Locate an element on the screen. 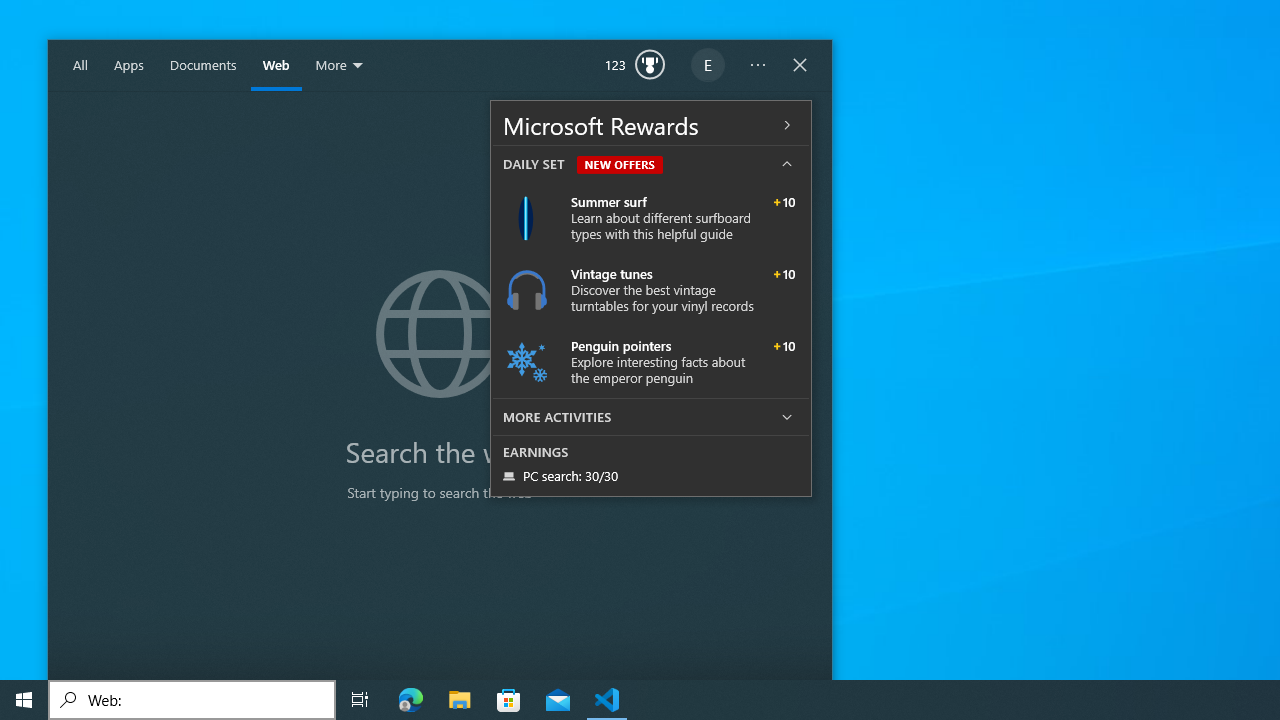  'DAILY SET NEW OFFERS' is located at coordinates (650, 163).